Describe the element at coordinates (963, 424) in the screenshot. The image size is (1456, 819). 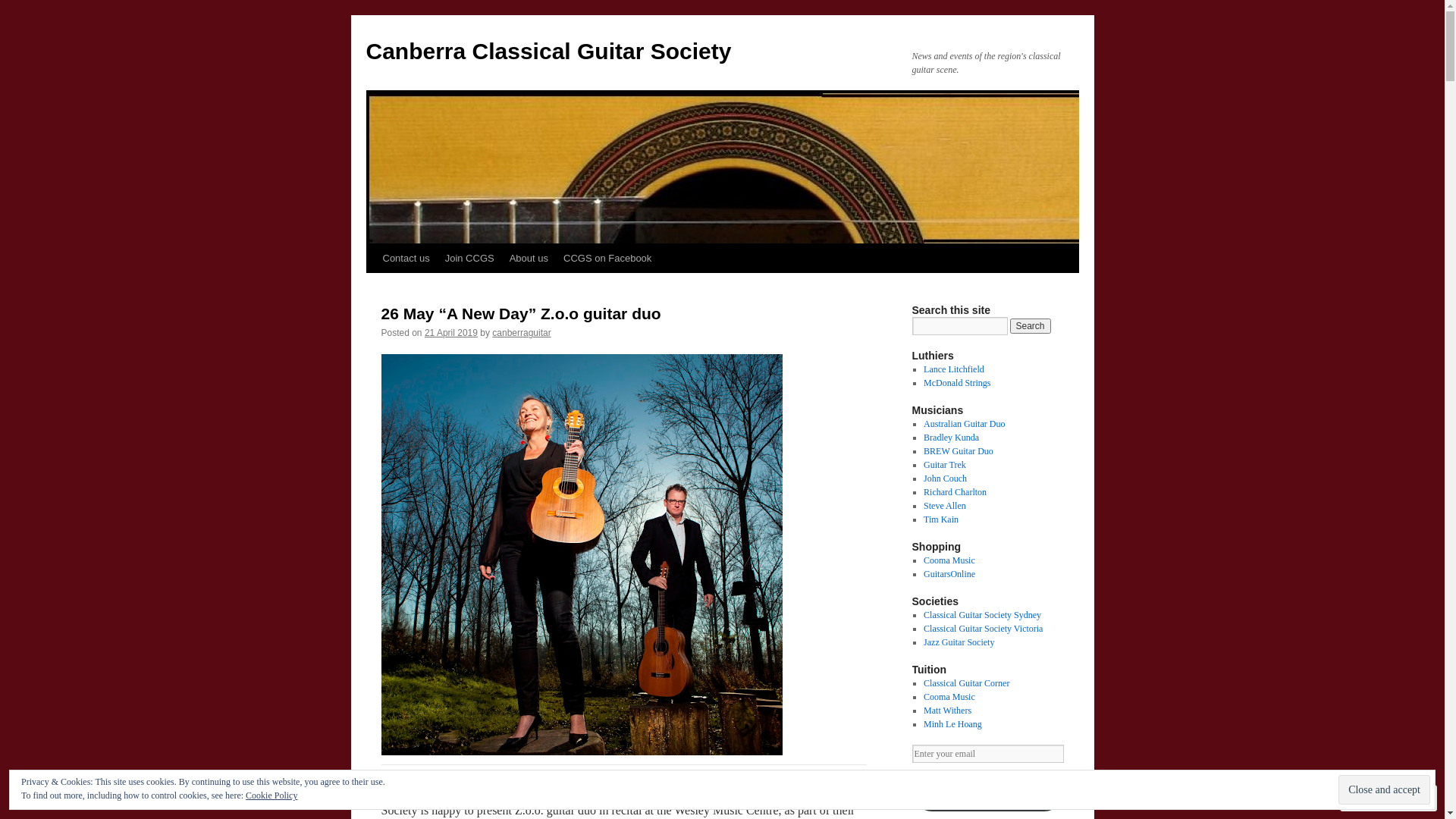
I see `'Australian Guitar Duo'` at that location.